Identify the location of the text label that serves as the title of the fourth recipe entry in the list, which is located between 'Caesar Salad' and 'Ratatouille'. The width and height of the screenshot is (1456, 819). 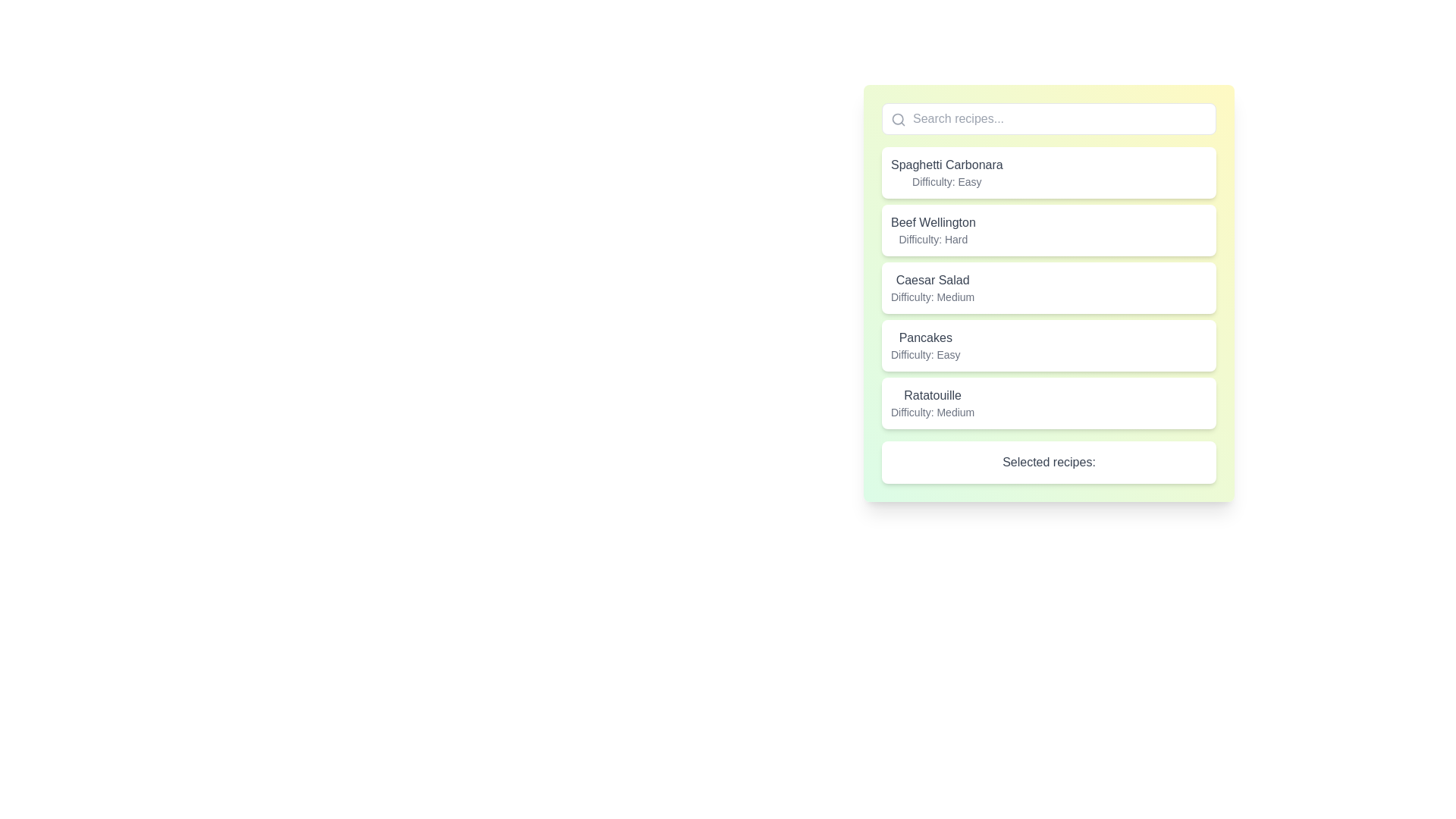
(924, 337).